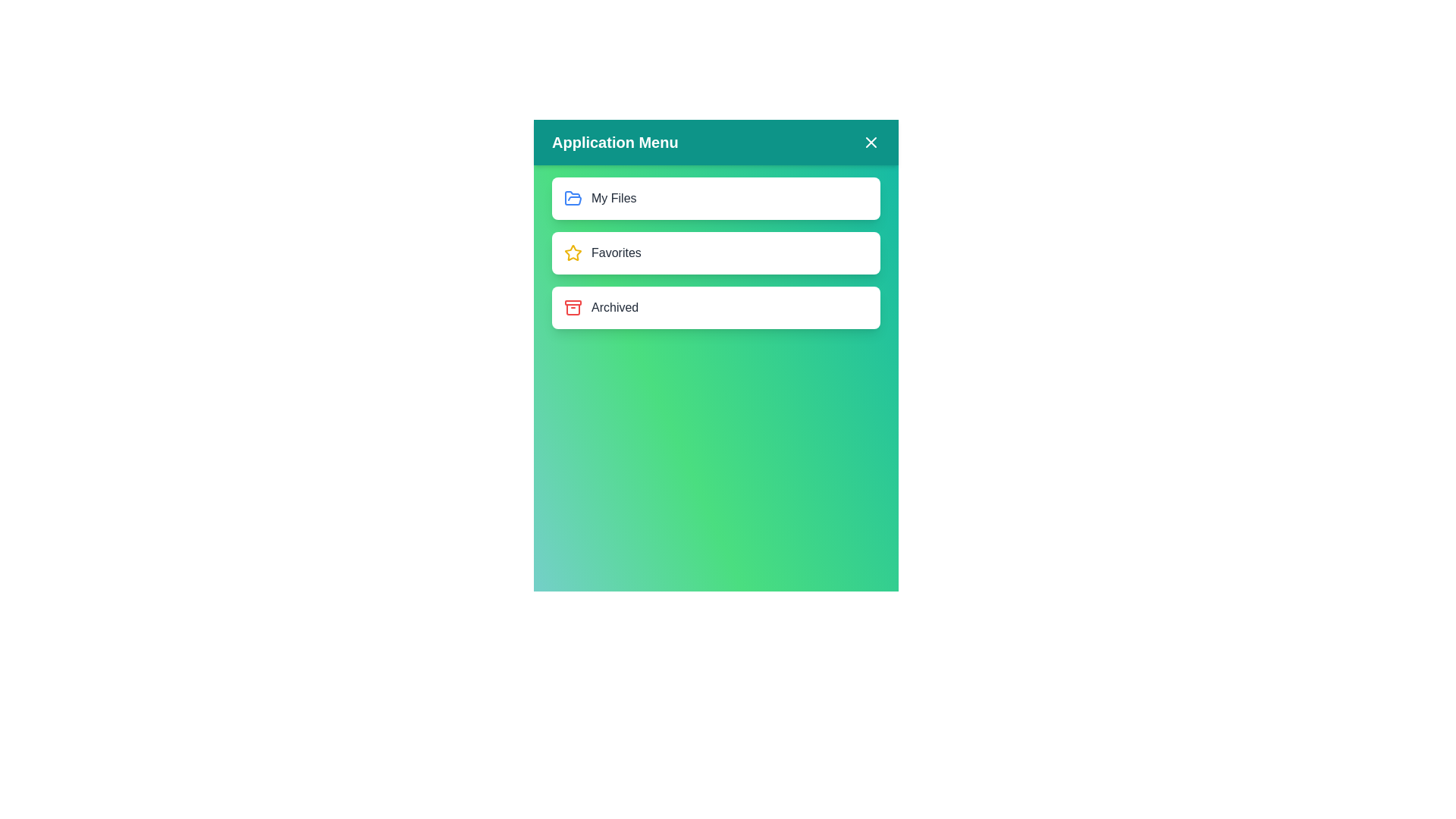 The image size is (1456, 819). I want to click on the icon of the menu item Favorites, so click(572, 253).